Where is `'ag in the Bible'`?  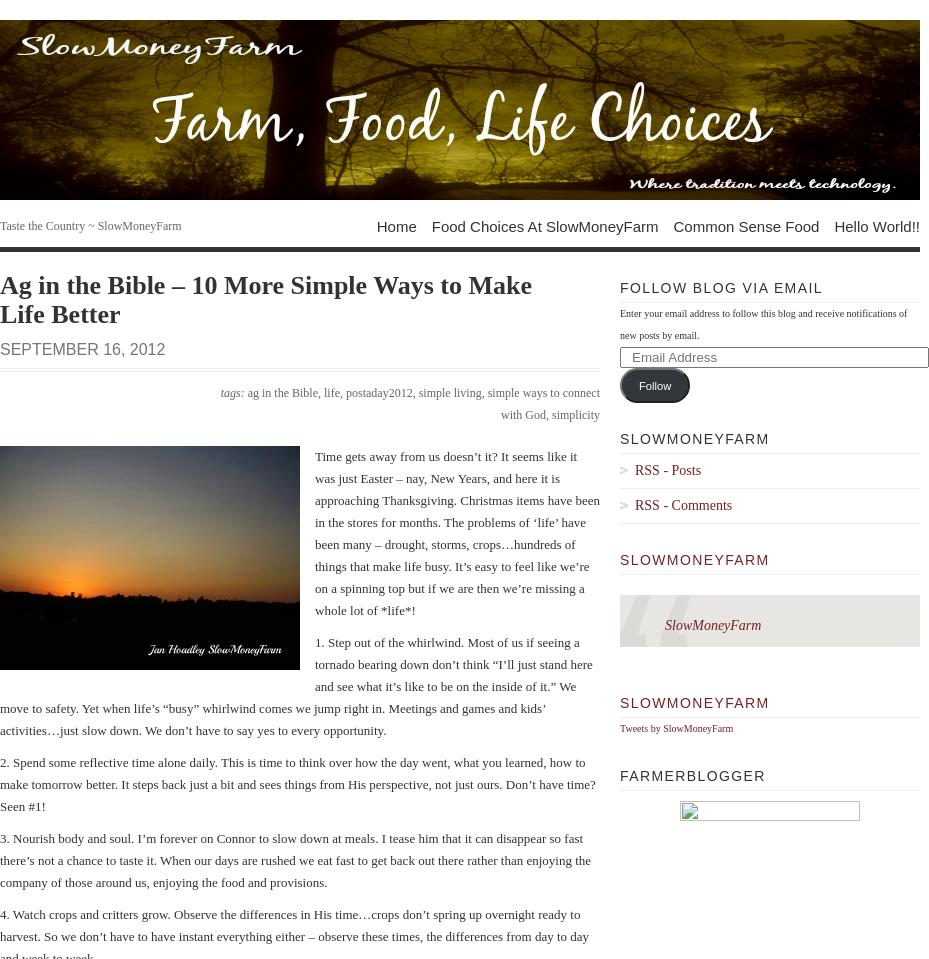
'ag in the Bible' is located at coordinates (282, 392).